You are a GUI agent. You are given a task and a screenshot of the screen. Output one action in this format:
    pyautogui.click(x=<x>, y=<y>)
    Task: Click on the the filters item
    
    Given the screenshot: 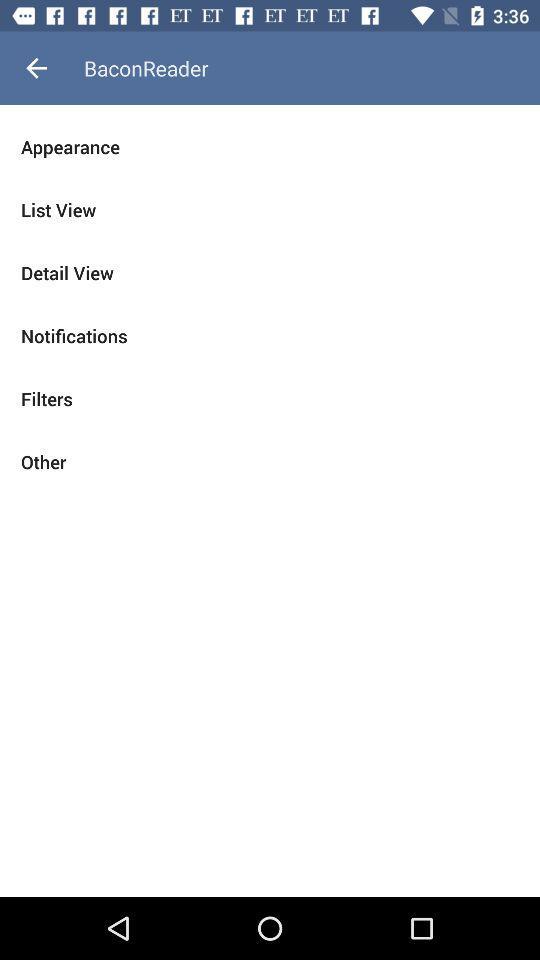 What is the action you would take?
    pyautogui.click(x=270, y=397)
    